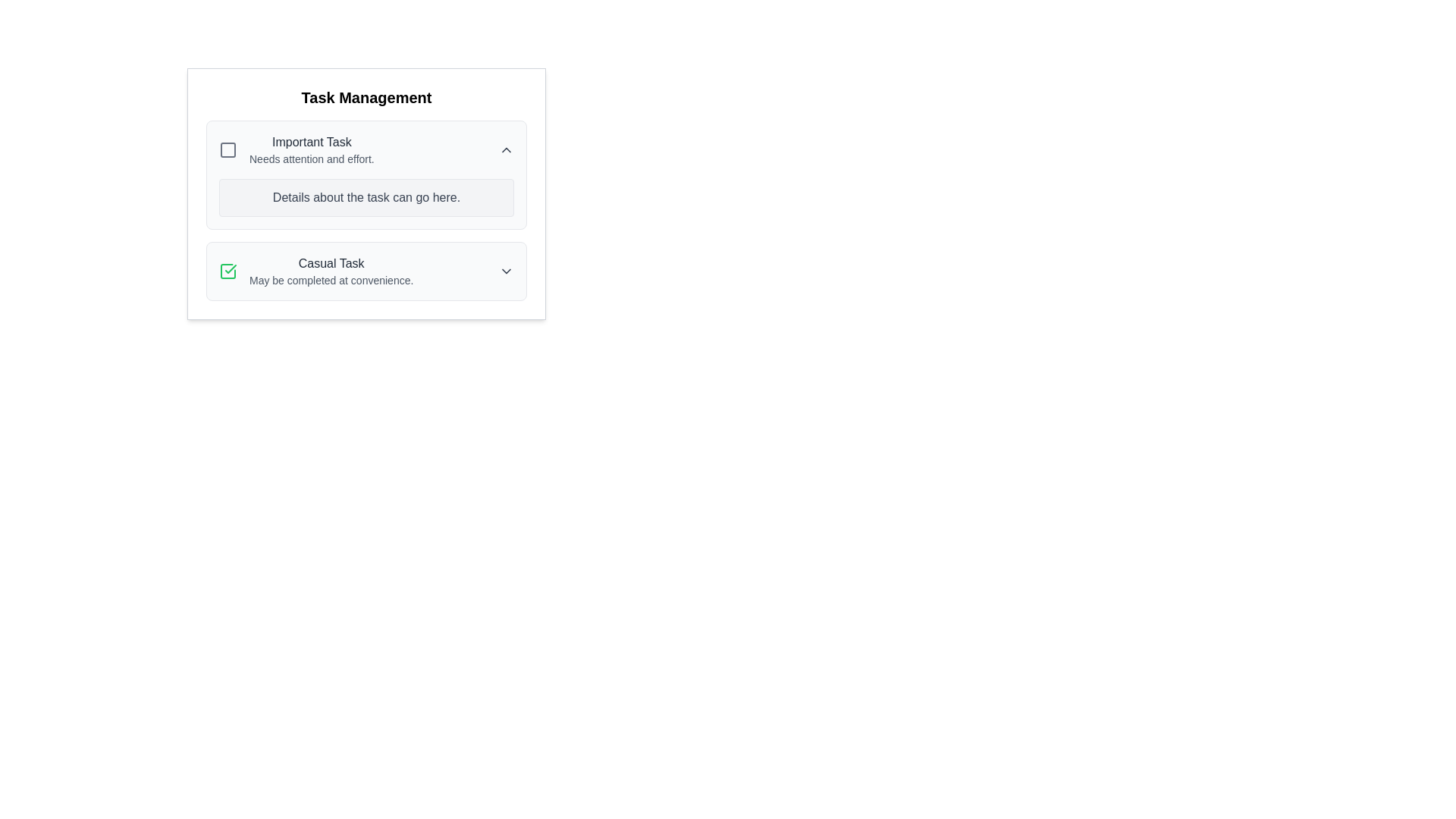 The image size is (1456, 819). Describe the element at coordinates (227, 149) in the screenshot. I see `the priority icon located at the top part of the 'Important Task' card in the 'Task Management' layout to check its status` at that location.